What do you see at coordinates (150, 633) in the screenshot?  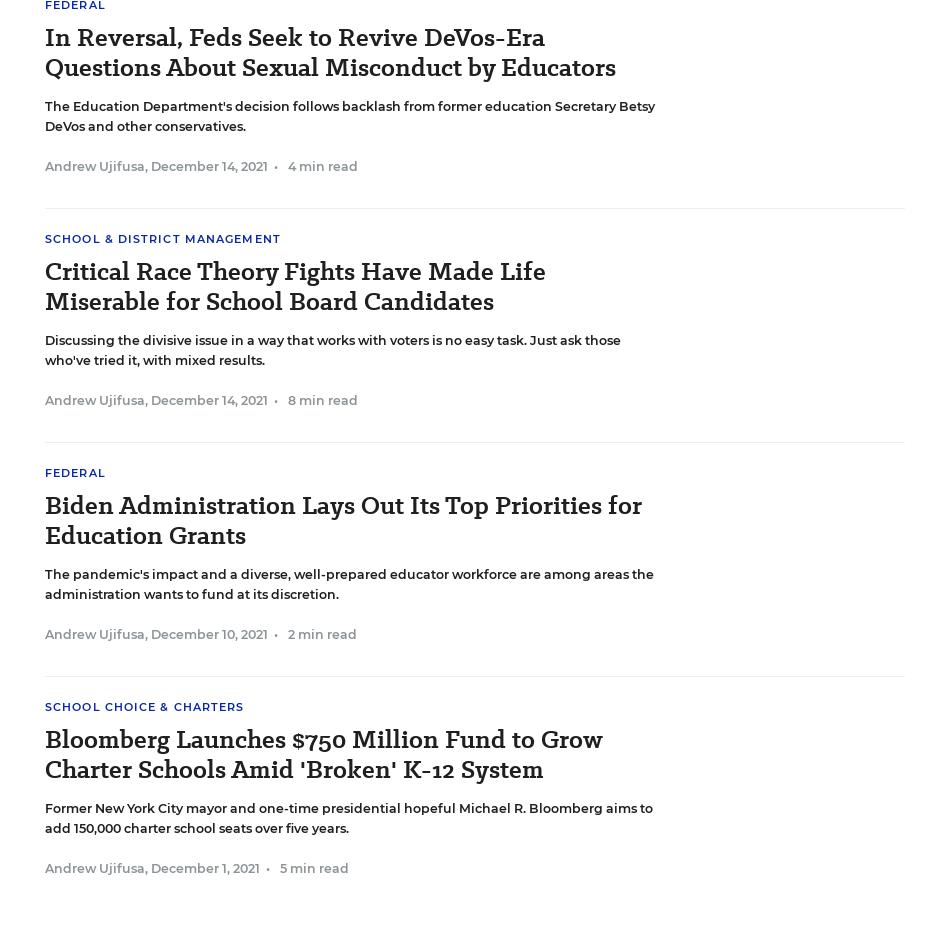 I see `'December 10, 2021'` at bounding box center [150, 633].